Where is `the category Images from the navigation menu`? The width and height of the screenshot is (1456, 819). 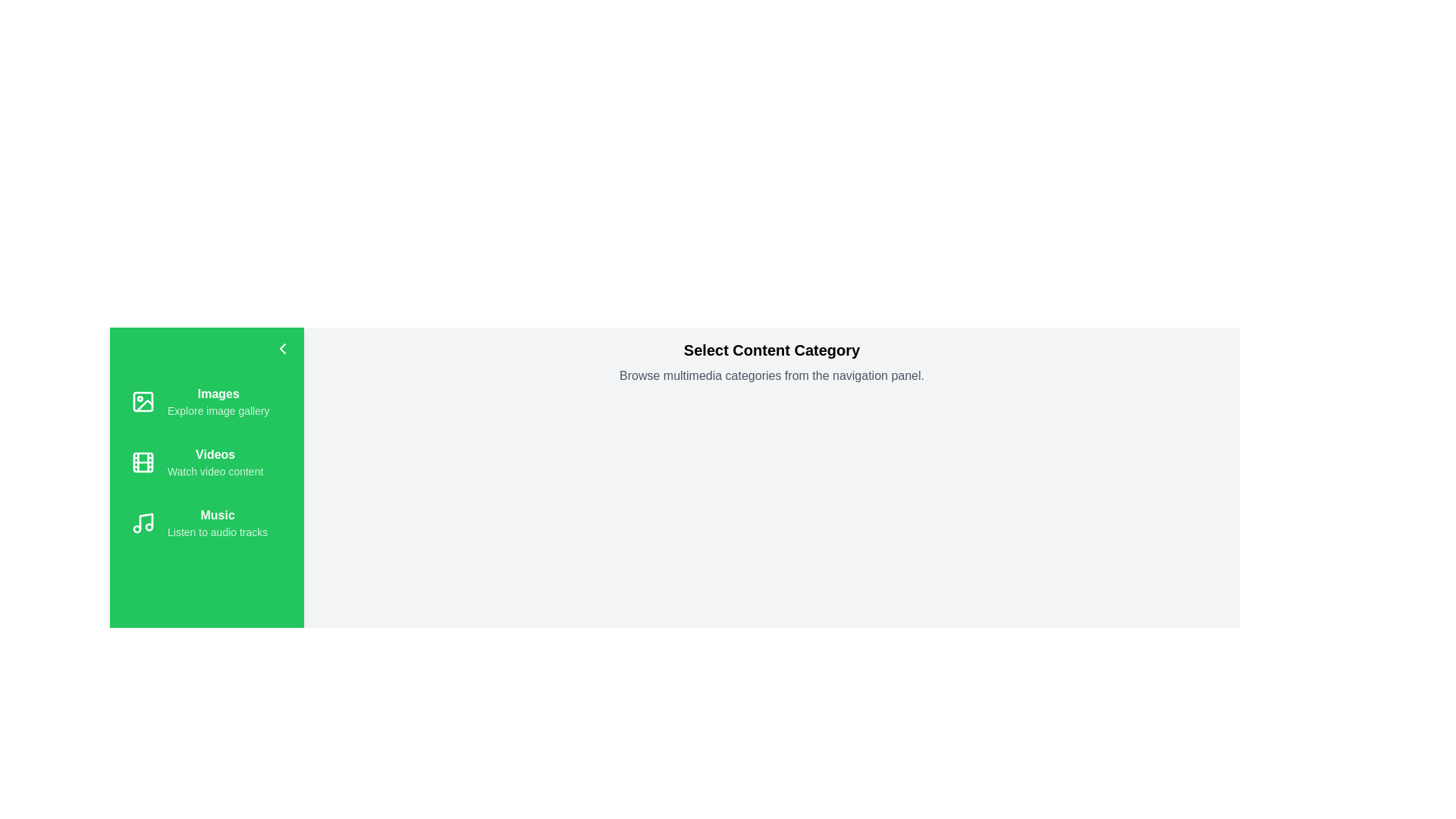 the category Images from the navigation menu is located at coordinates (206, 400).